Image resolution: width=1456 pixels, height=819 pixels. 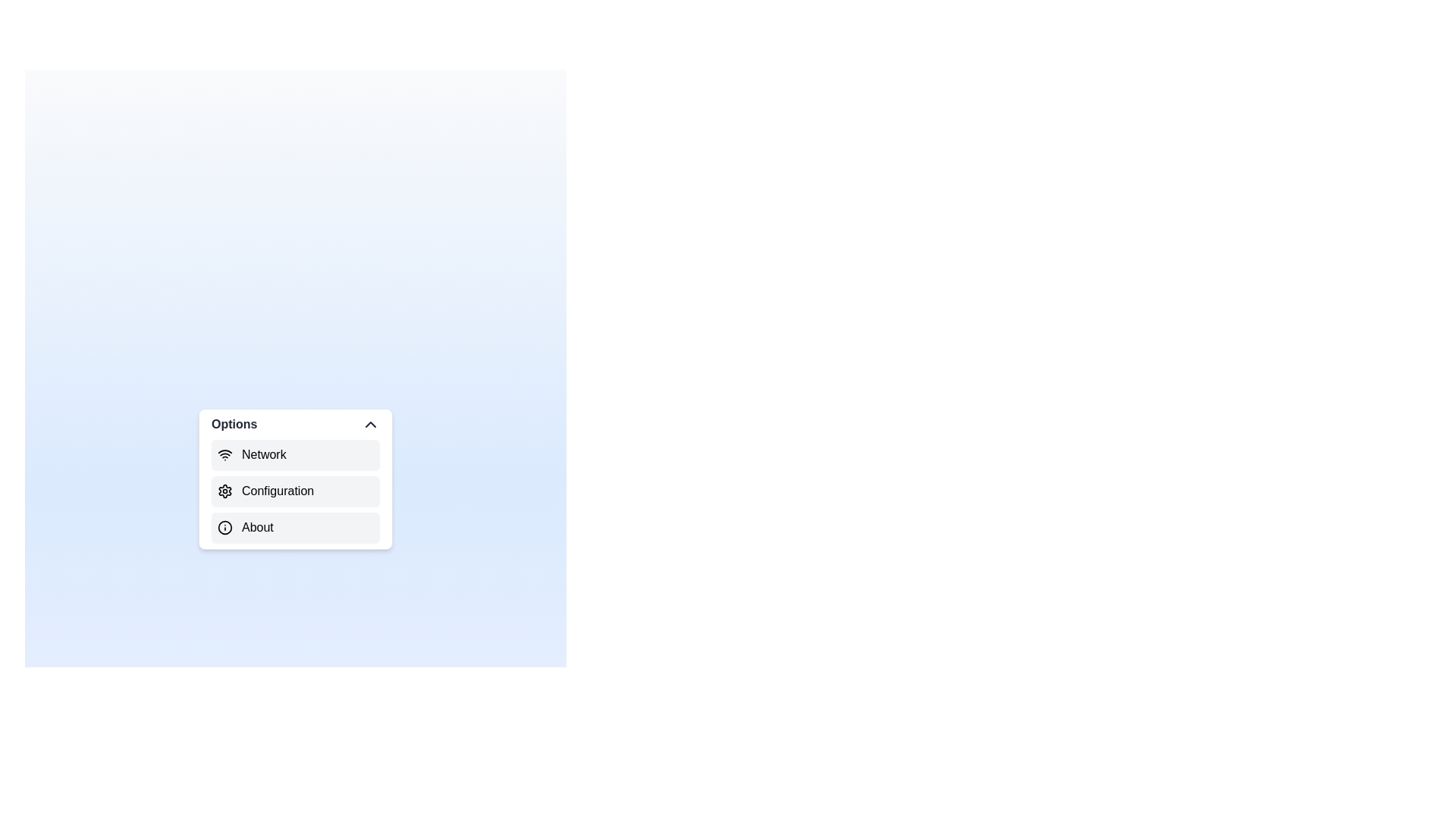 What do you see at coordinates (295, 454) in the screenshot?
I see `the menu item Network from the visible options` at bounding box center [295, 454].